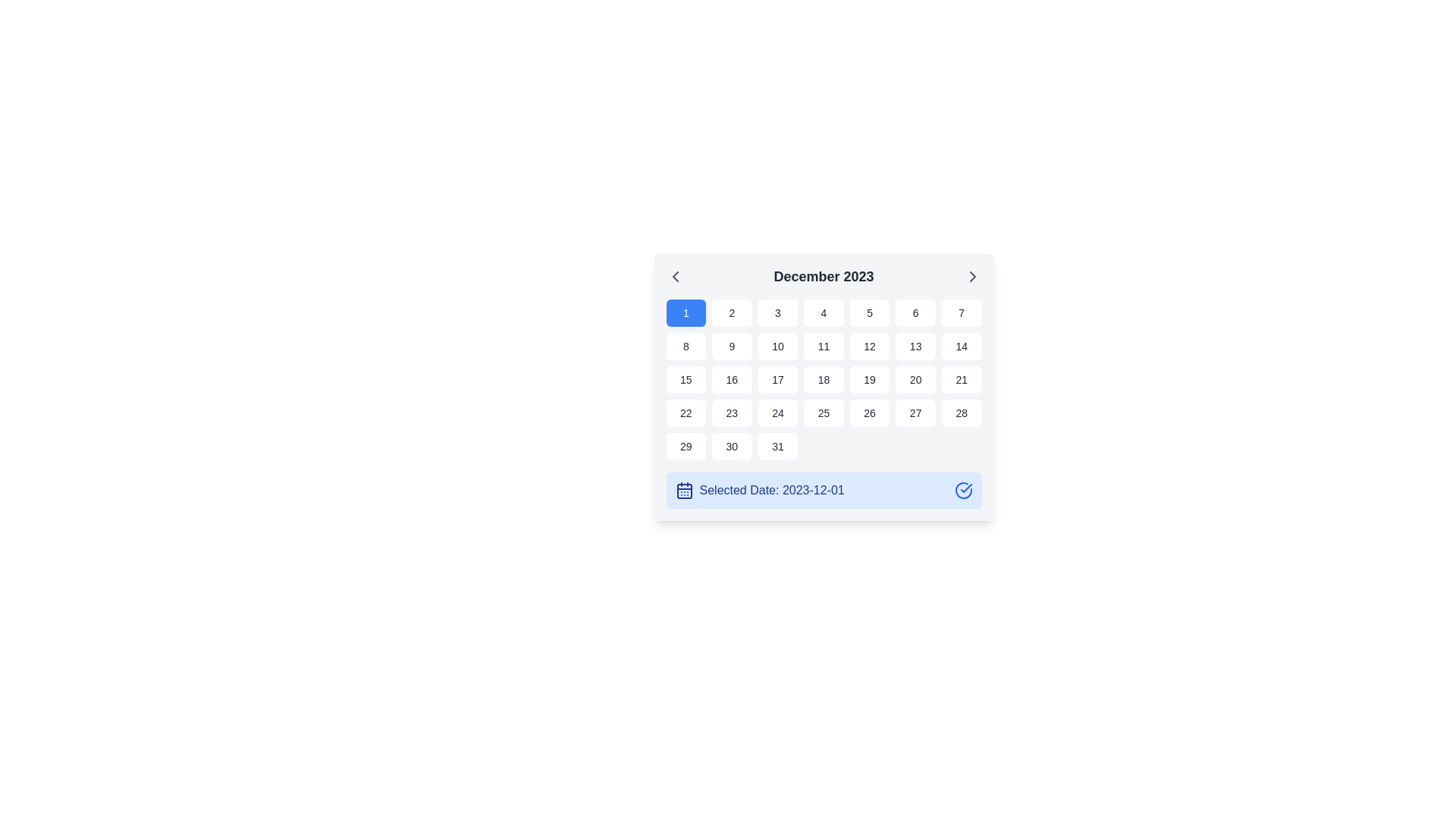 The height and width of the screenshot is (819, 1456). What do you see at coordinates (674, 277) in the screenshot?
I see `the left-pointing chevron icon, which is dark gray and located to the left of the 'December 2023' text` at bounding box center [674, 277].